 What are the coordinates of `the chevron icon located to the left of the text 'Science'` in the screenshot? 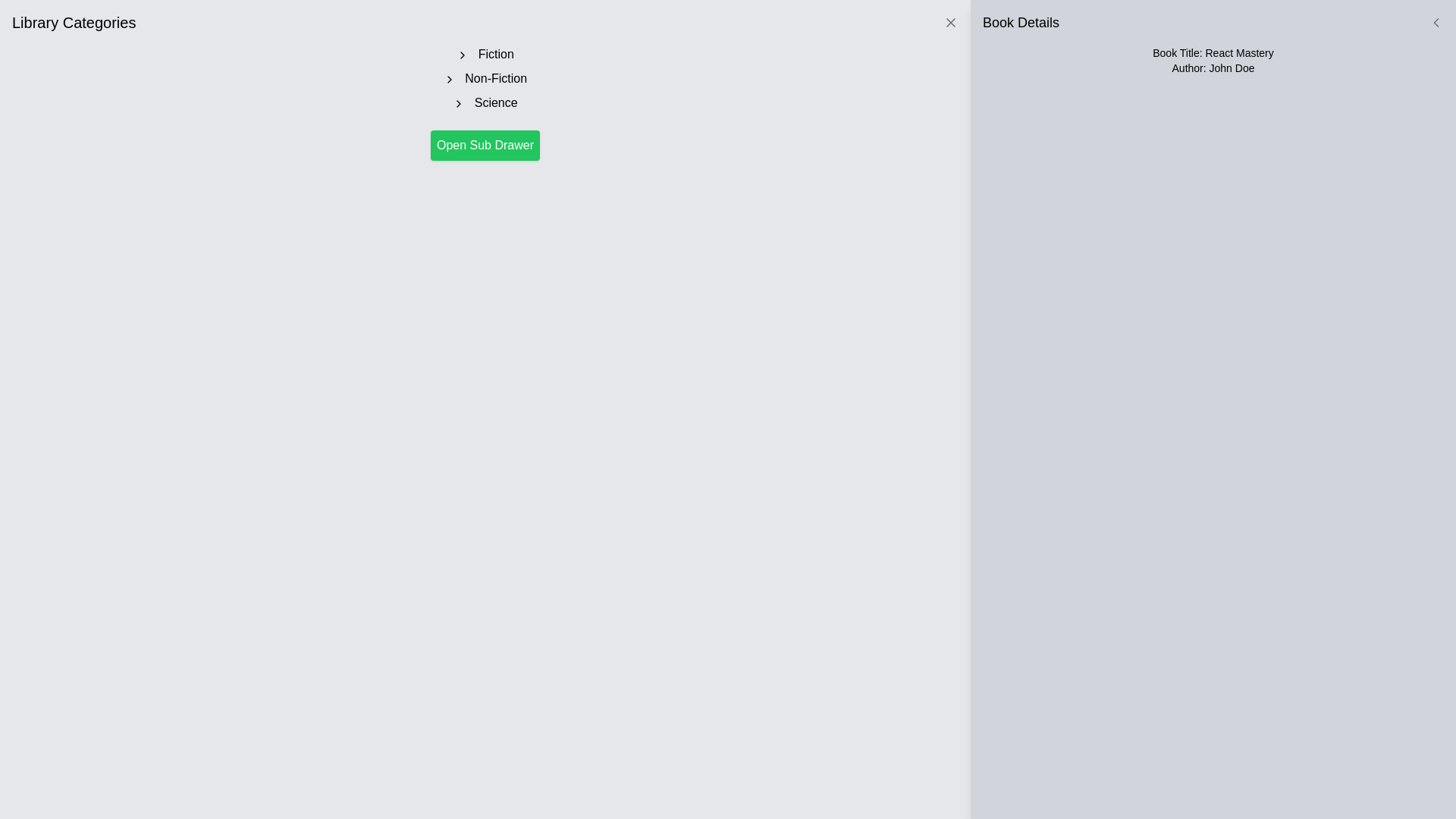 It's located at (458, 102).